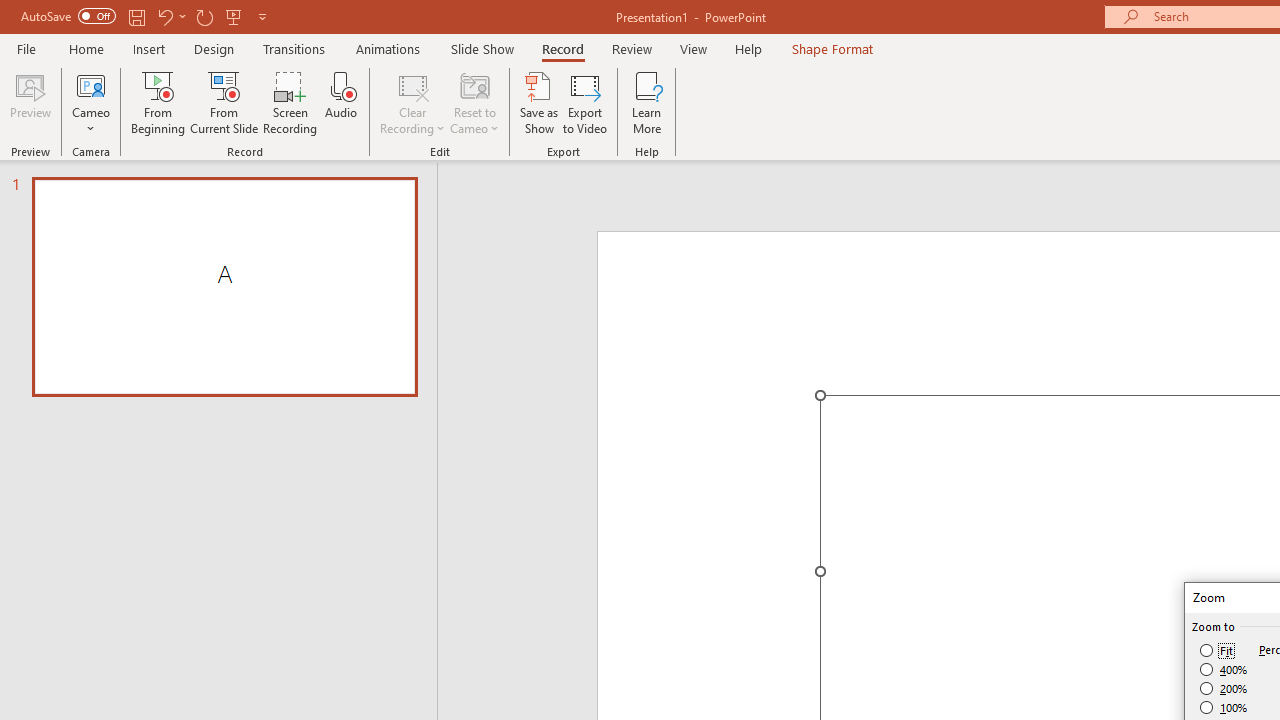 This screenshot has height=720, width=1280. Describe the element at coordinates (584, 103) in the screenshot. I see `'Export to Video'` at that location.